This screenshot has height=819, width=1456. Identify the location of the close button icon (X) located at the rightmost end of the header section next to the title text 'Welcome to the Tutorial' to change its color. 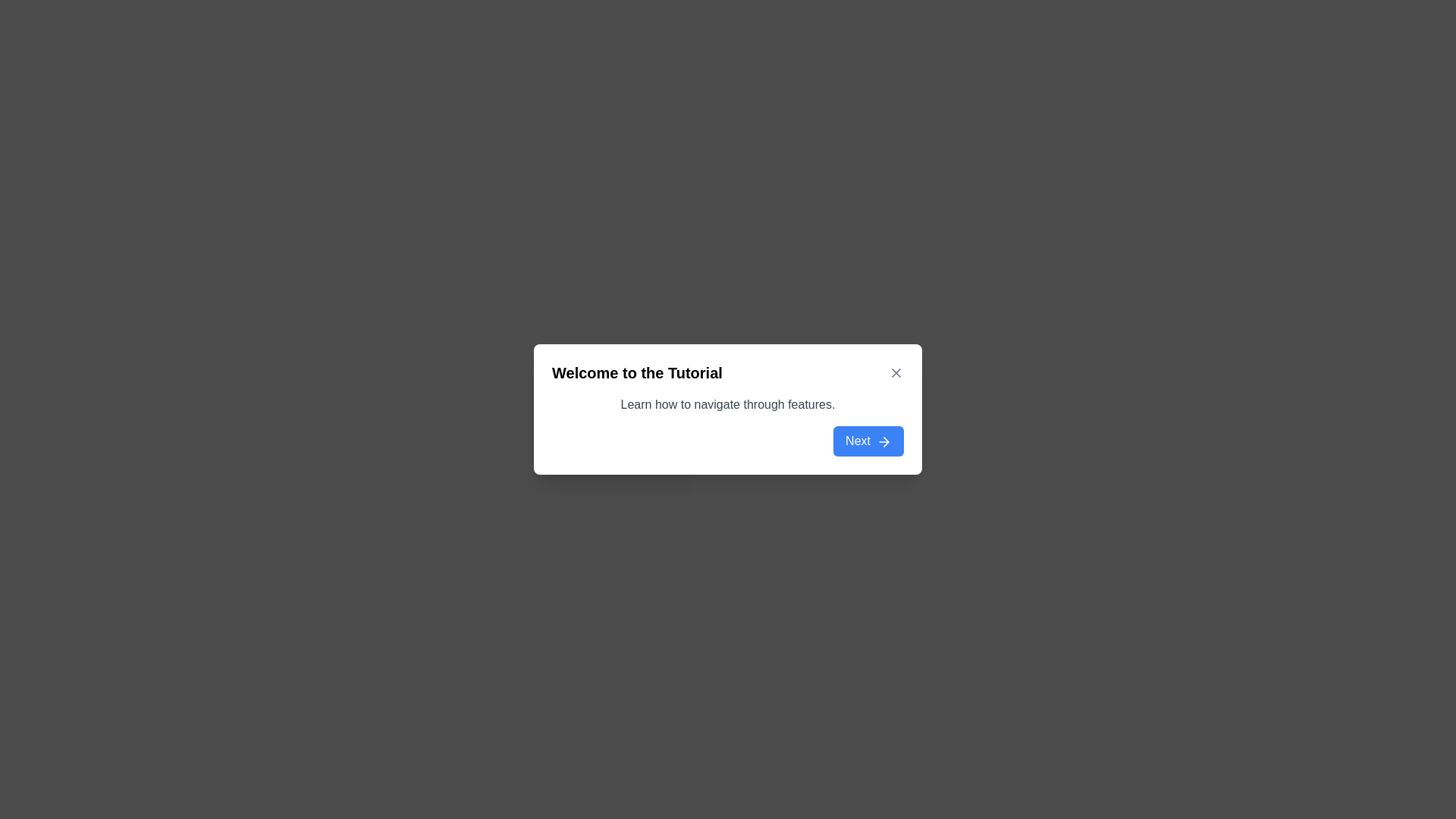
(896, 373).